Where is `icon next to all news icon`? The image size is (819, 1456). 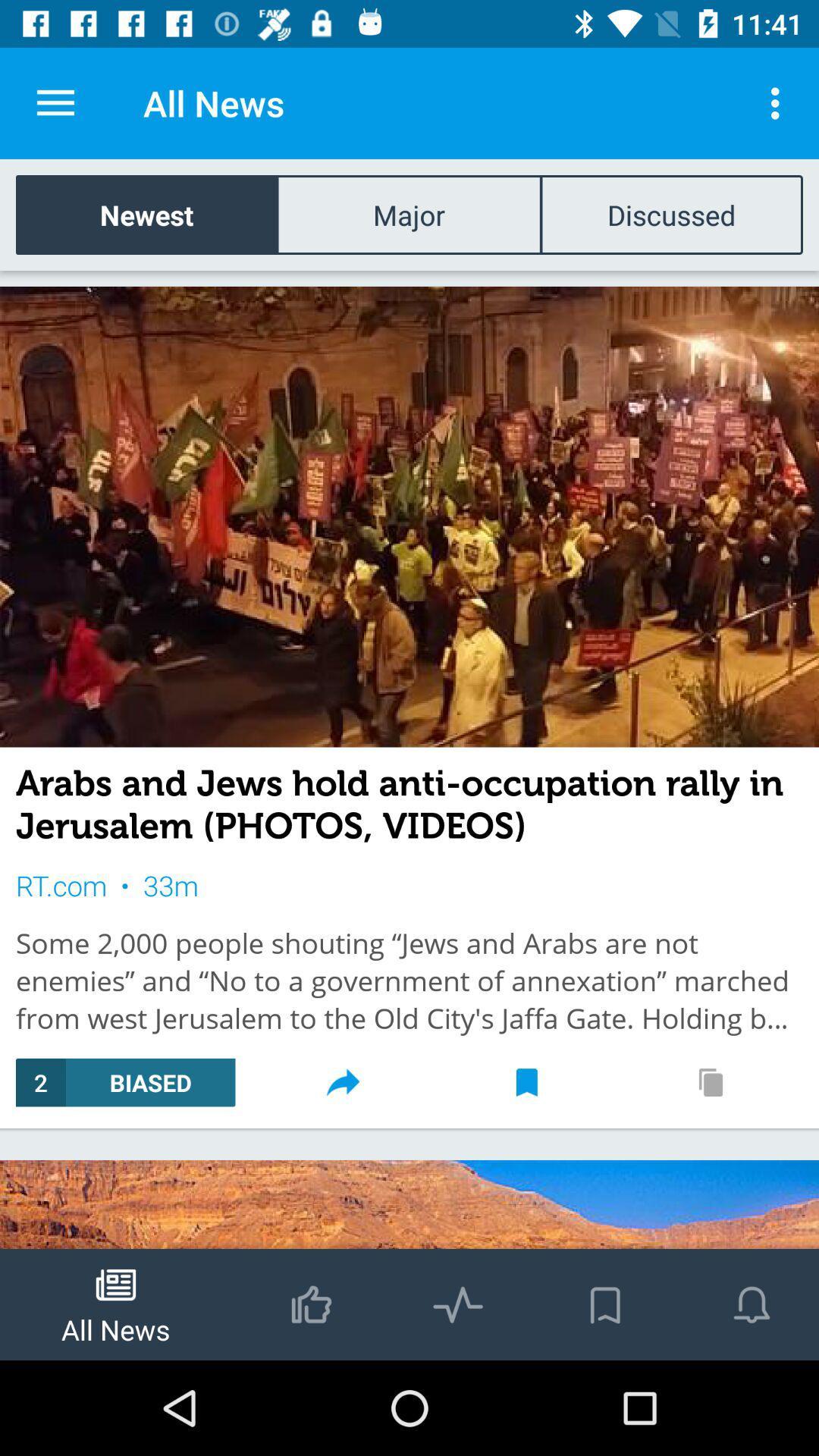 icon next to all news icon is located at coordinates (779, 102).